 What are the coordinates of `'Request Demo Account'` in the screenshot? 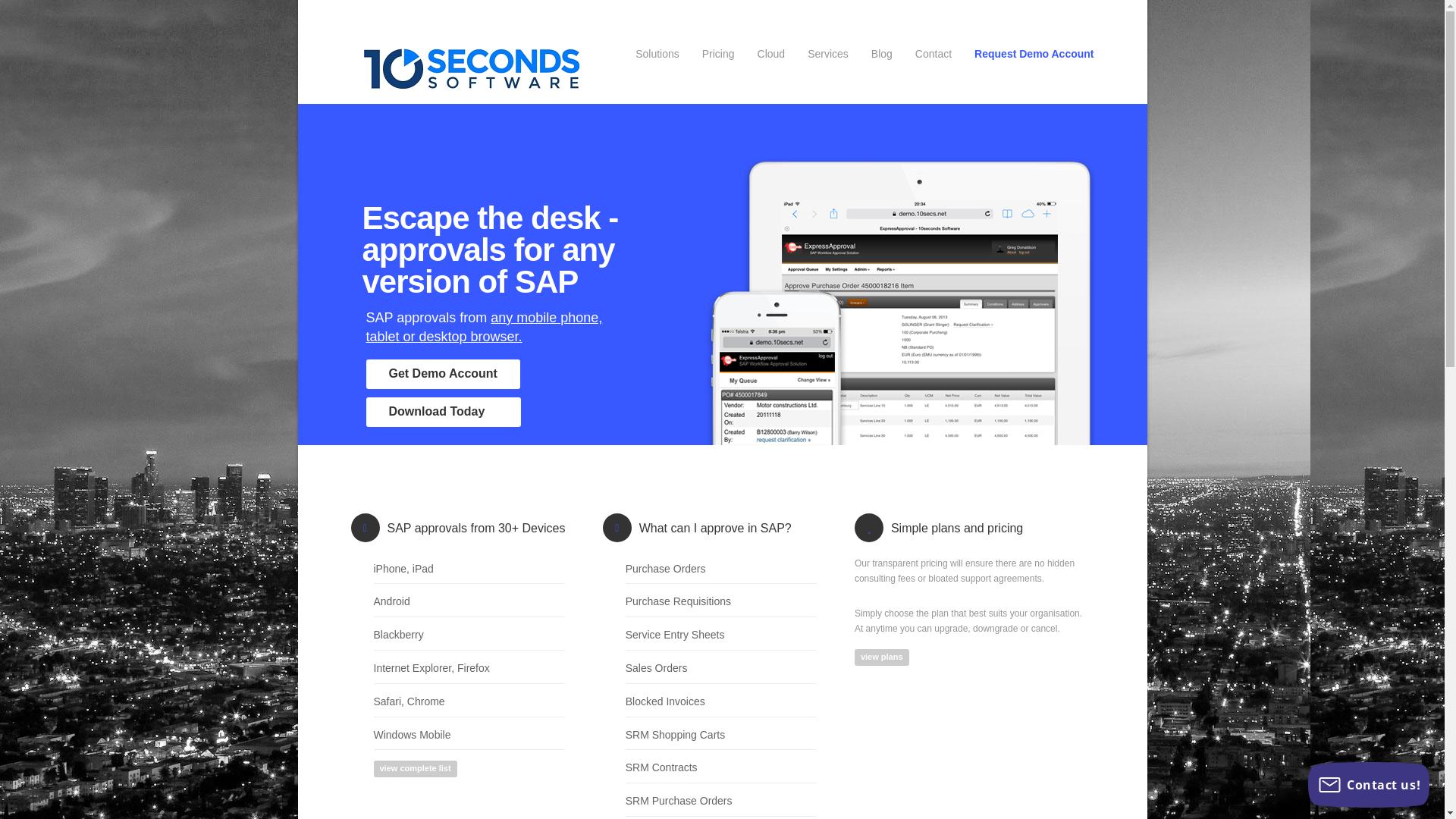 It's located at (974, 55).